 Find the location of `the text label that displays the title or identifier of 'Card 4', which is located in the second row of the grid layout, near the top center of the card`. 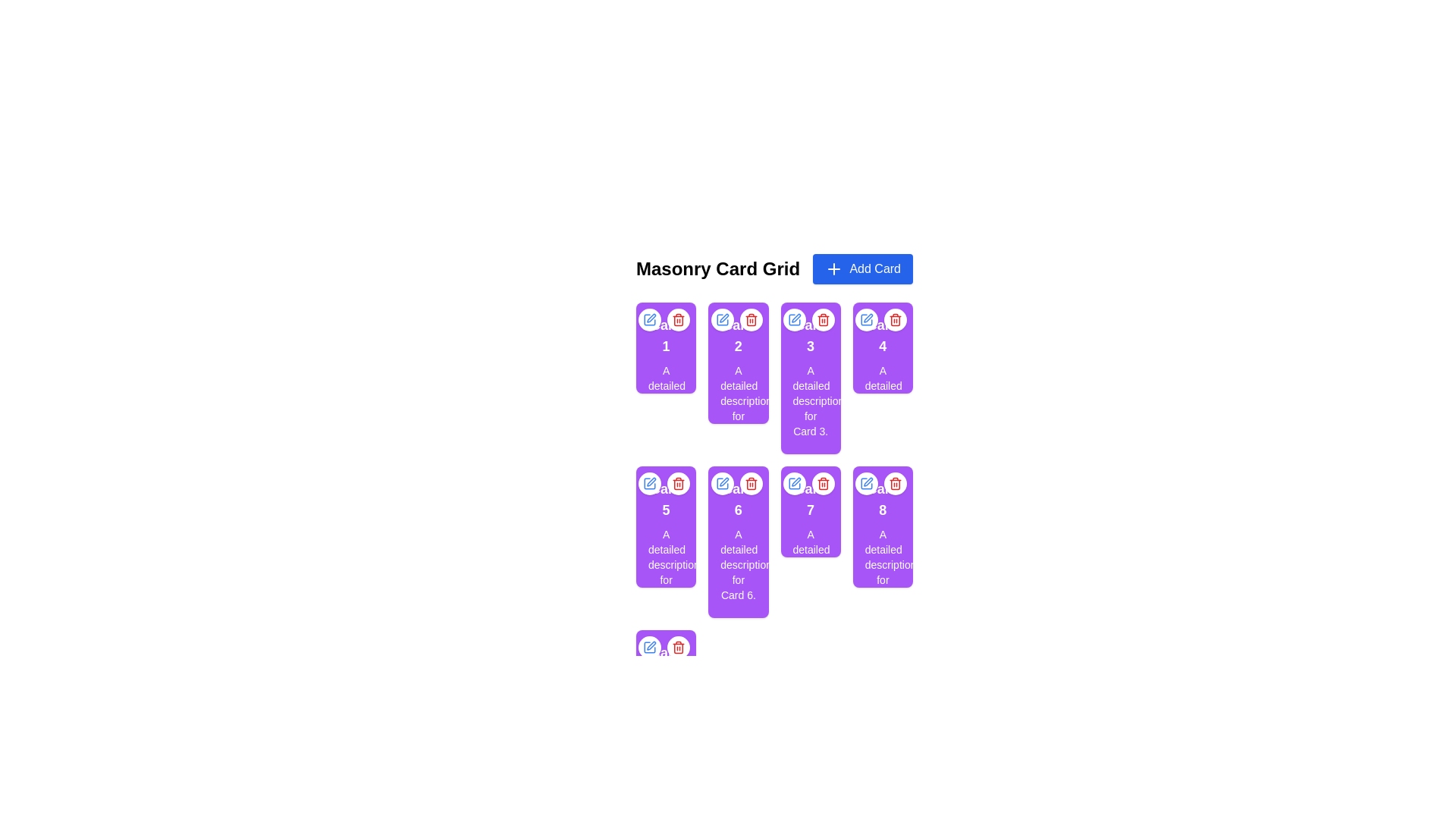

the text label that displays the title or identifier of 'Card 4', which is located in the second row of the grid layout, near the top center of the card is located at coordinates (883, 335).